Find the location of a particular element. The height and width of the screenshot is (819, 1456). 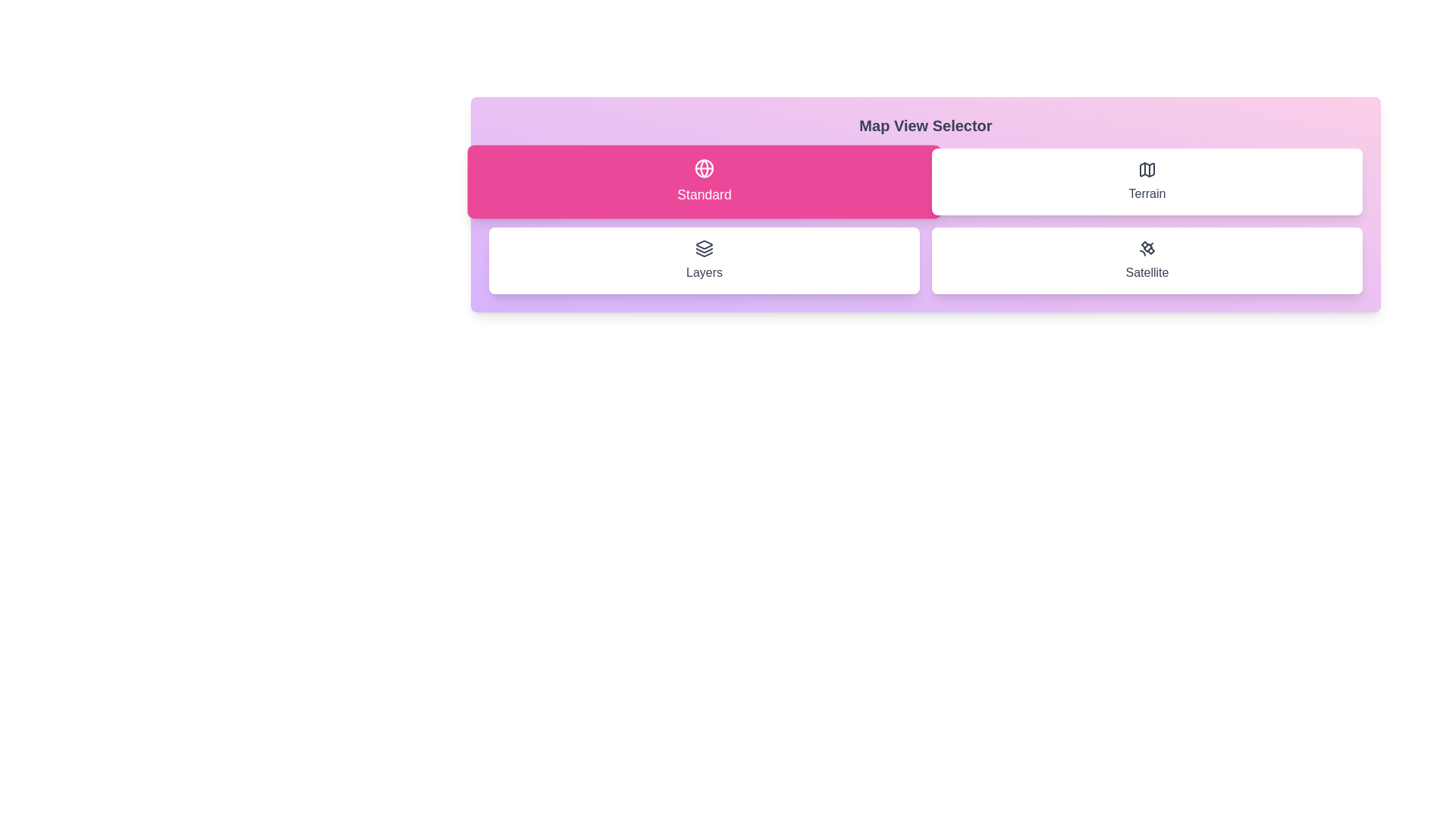

the button corresponding to the map view option Satellite is located at coordinates (1147, 259).